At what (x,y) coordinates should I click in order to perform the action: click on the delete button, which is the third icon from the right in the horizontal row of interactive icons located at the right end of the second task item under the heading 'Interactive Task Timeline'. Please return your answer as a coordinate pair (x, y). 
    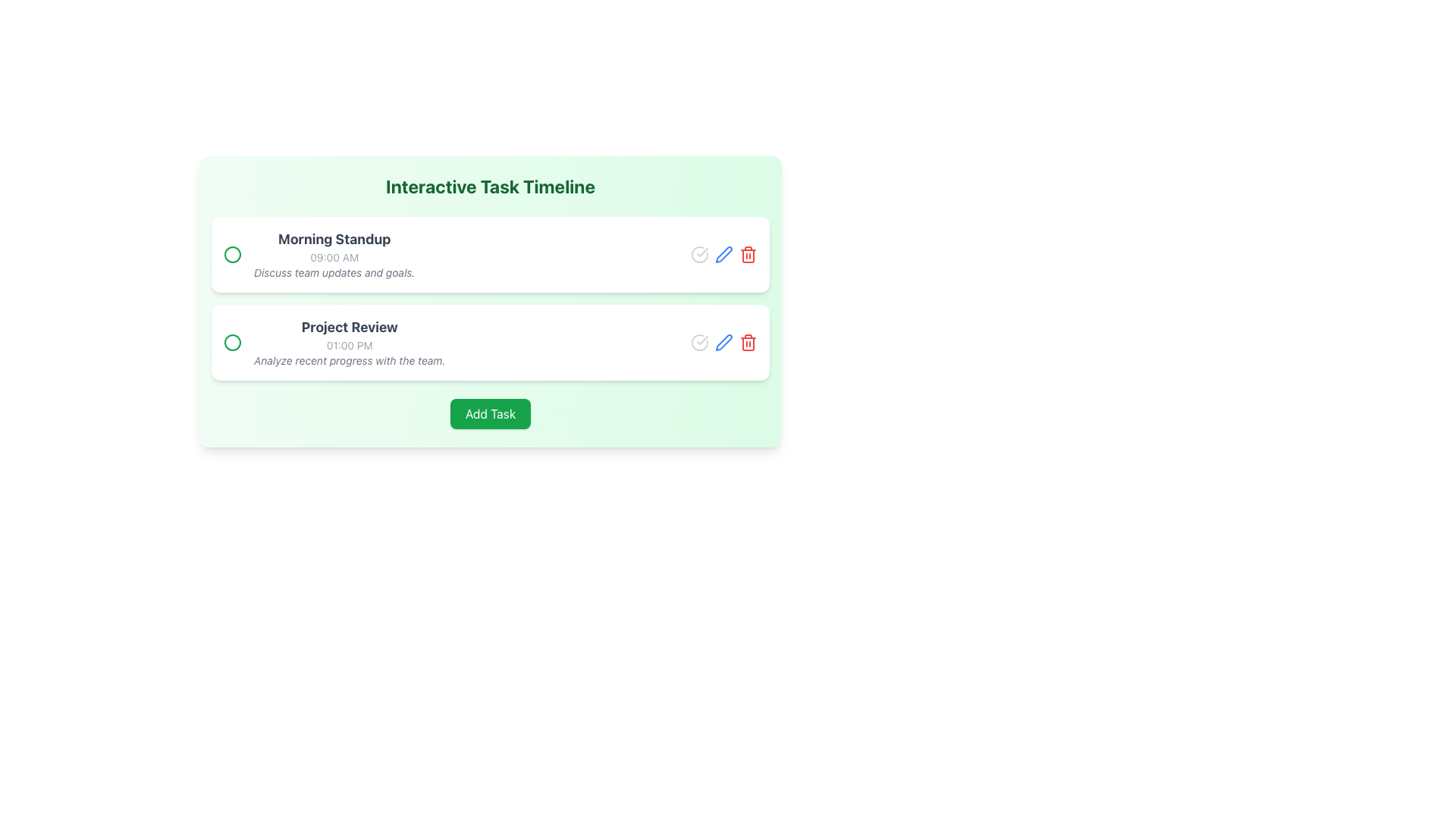
    Looking at the image, I should click on (748, 342).